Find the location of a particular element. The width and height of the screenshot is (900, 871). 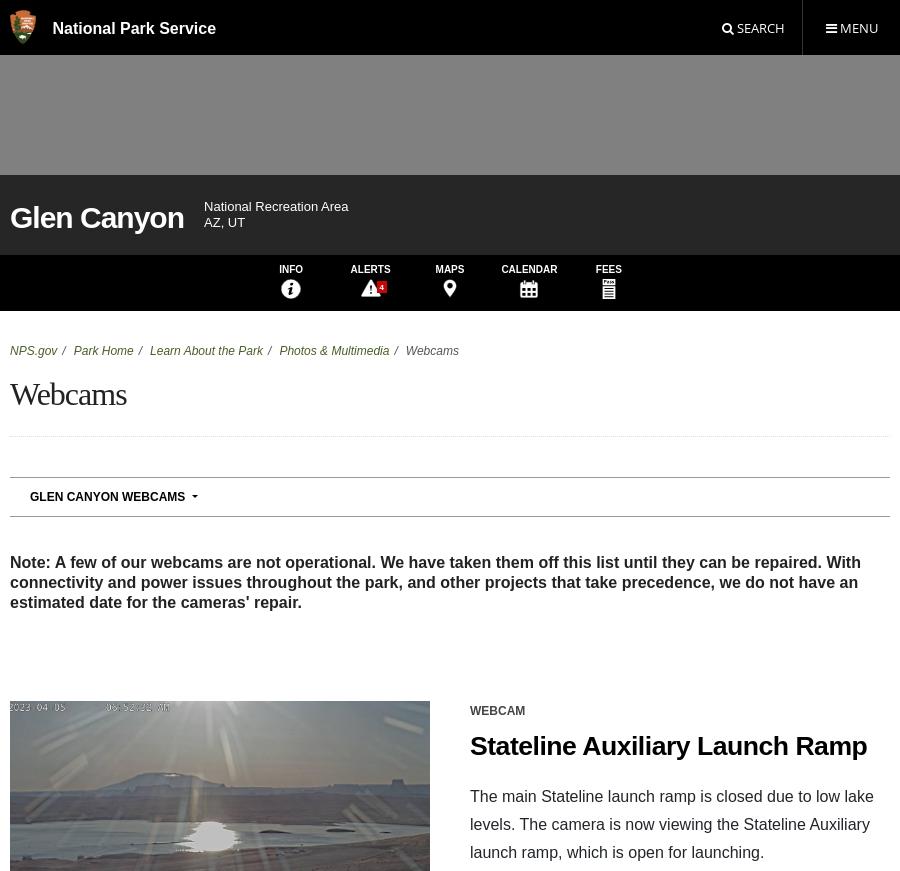

'FAQ' is located at coordinates (494, 756).